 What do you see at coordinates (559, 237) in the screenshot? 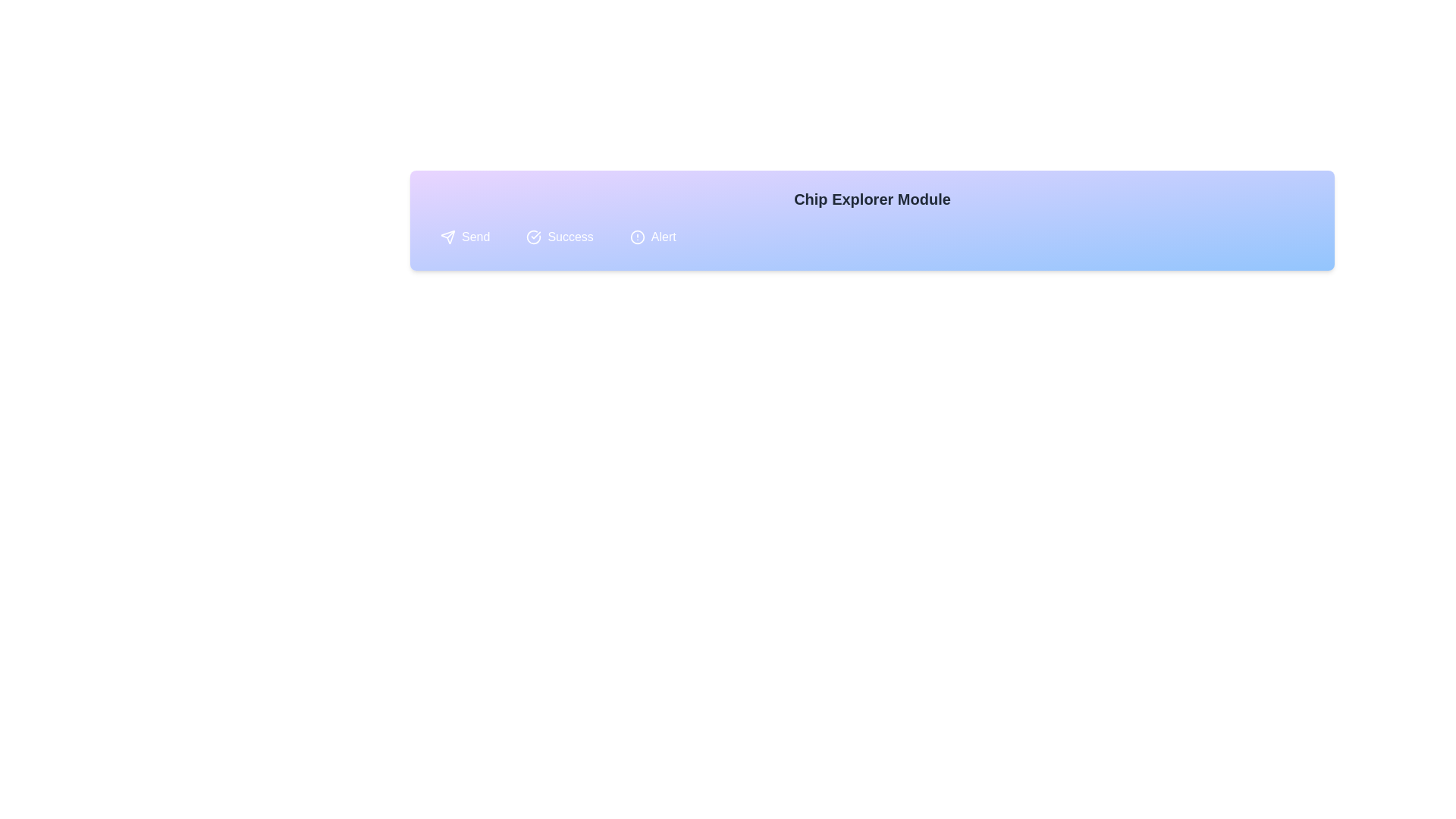
I see `the chip labeled 'Success' to select it` at bounding box center [559, 237].